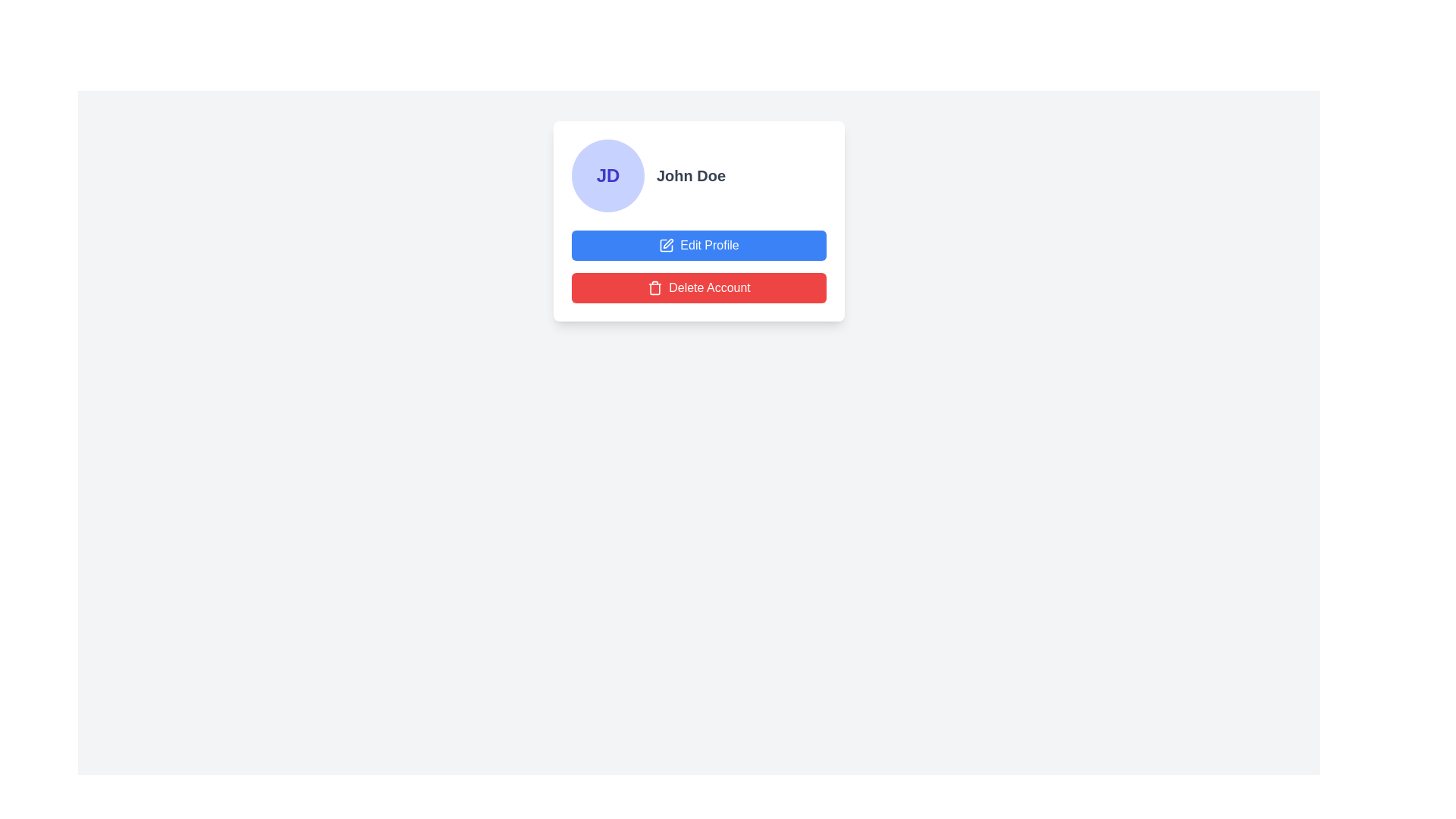  What do you see at coordinates (655, 288) in the screenshot?
I see `the graphical representation of the trash can icon located on the 'Delete Account' button, which has a red background and is positioned below the 'Edit Profile' button` at bounding box center [655, 288].